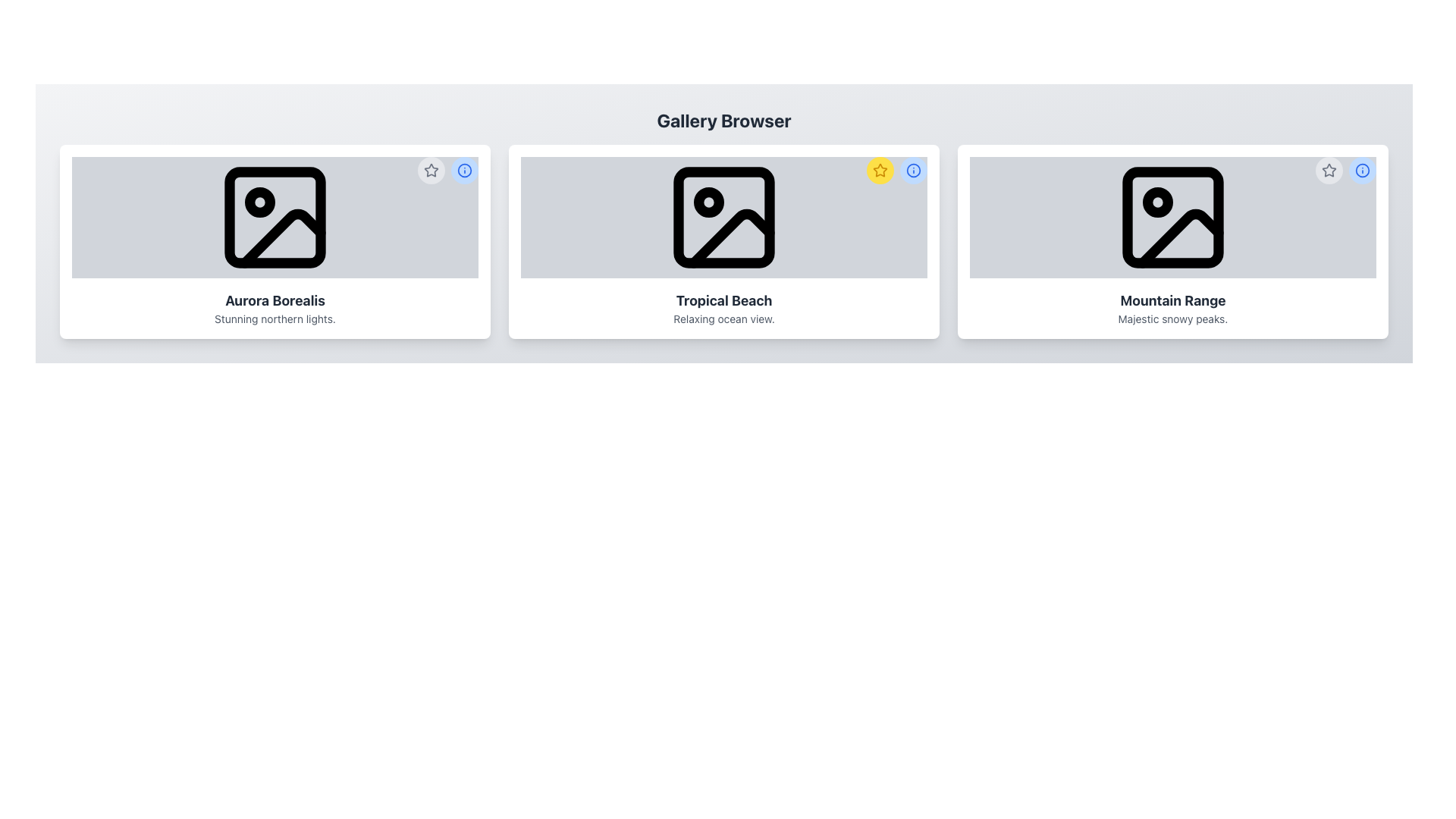  Describe the element at coordinates (1362, 170) in the screenshot. I see `the circular blue outlined icon with a white background and a stylized 'i'` at that location.